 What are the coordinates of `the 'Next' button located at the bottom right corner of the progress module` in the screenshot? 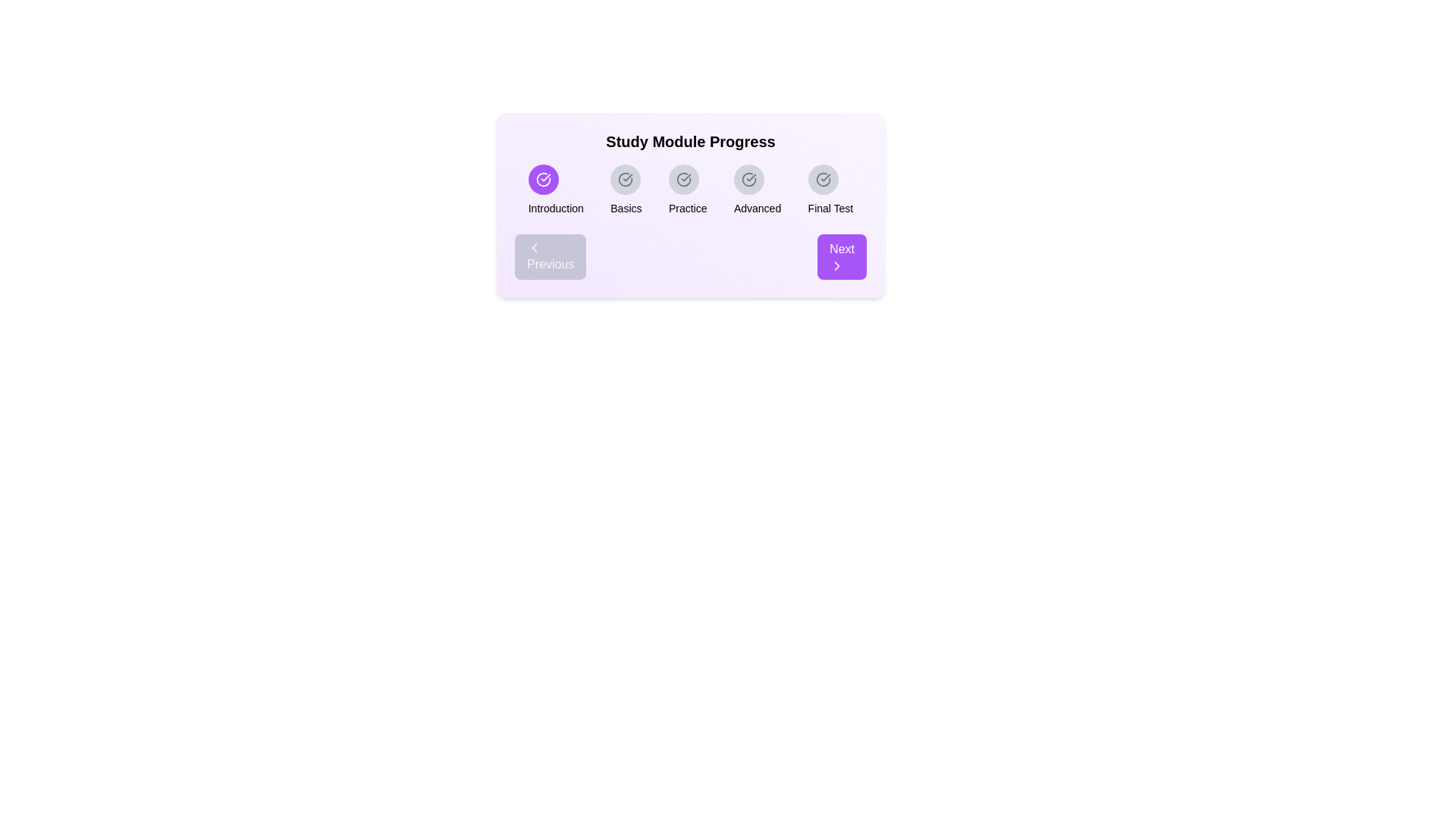 It's located at (841, 256).